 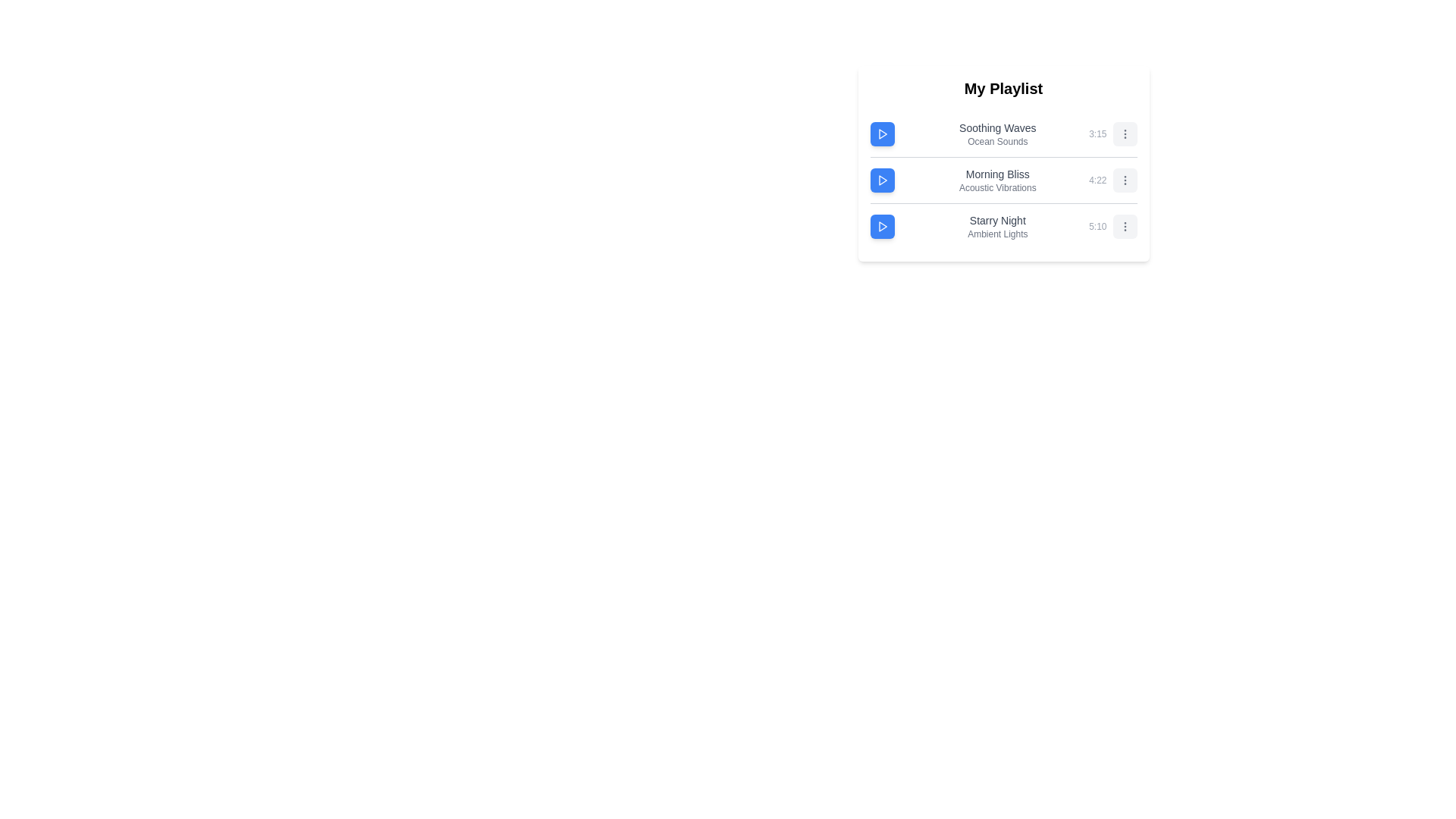 What do you see at coordinates (882, 227) in the screenshot?
I see `the play button for the track 'Starry Night'` at bounding box center [882, 227].